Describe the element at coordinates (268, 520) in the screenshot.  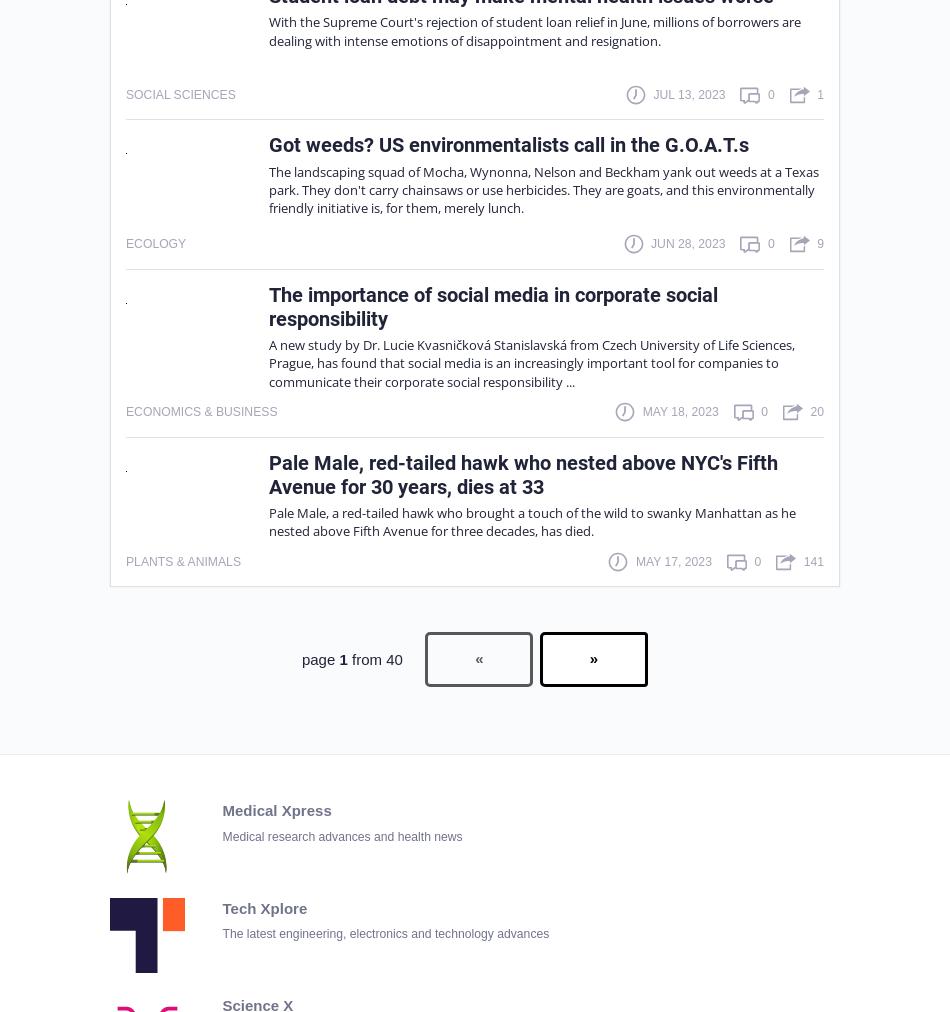
I see `'Pale Male, a red-tailed hawk who brought a touch of the wild to swanky Manhattan as he nested above Fifth Avenue for three decades, has died.'` at that location.